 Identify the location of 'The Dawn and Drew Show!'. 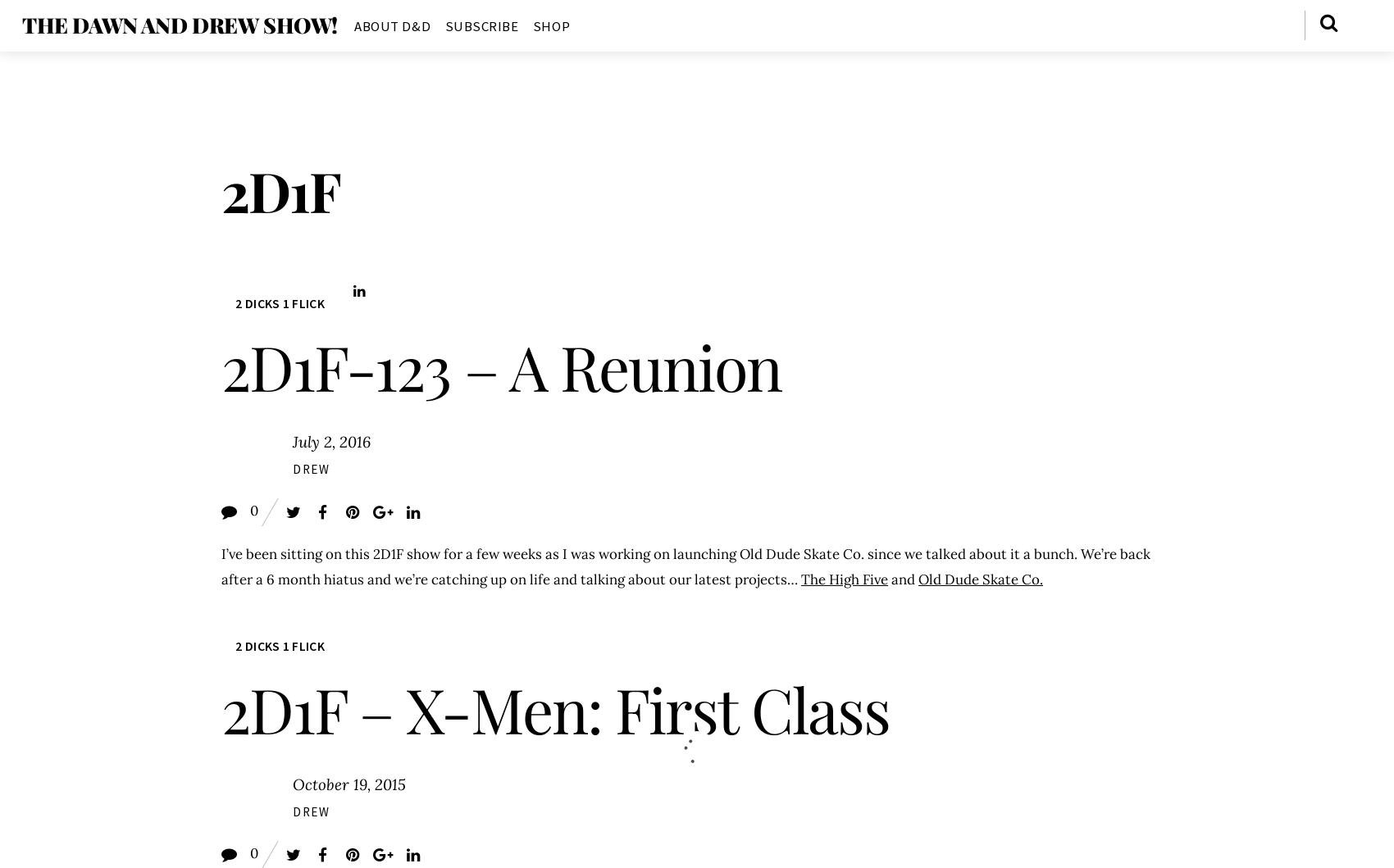
(180, 25).